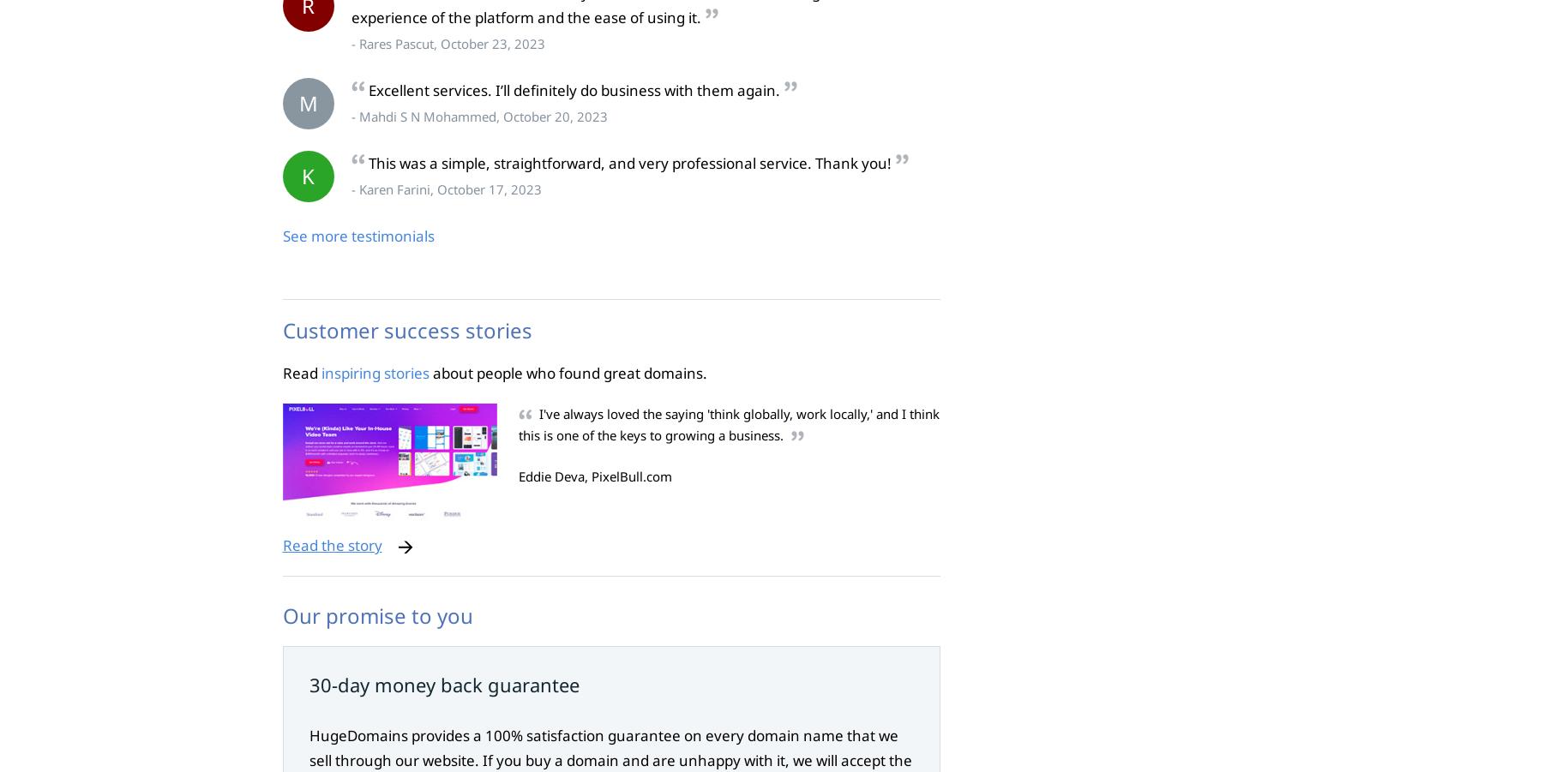 Image resolution: width=1568 pixels, height=772 pixels. I want to click on '- Karen Farini, October 17, 2023', so click(445, 188).